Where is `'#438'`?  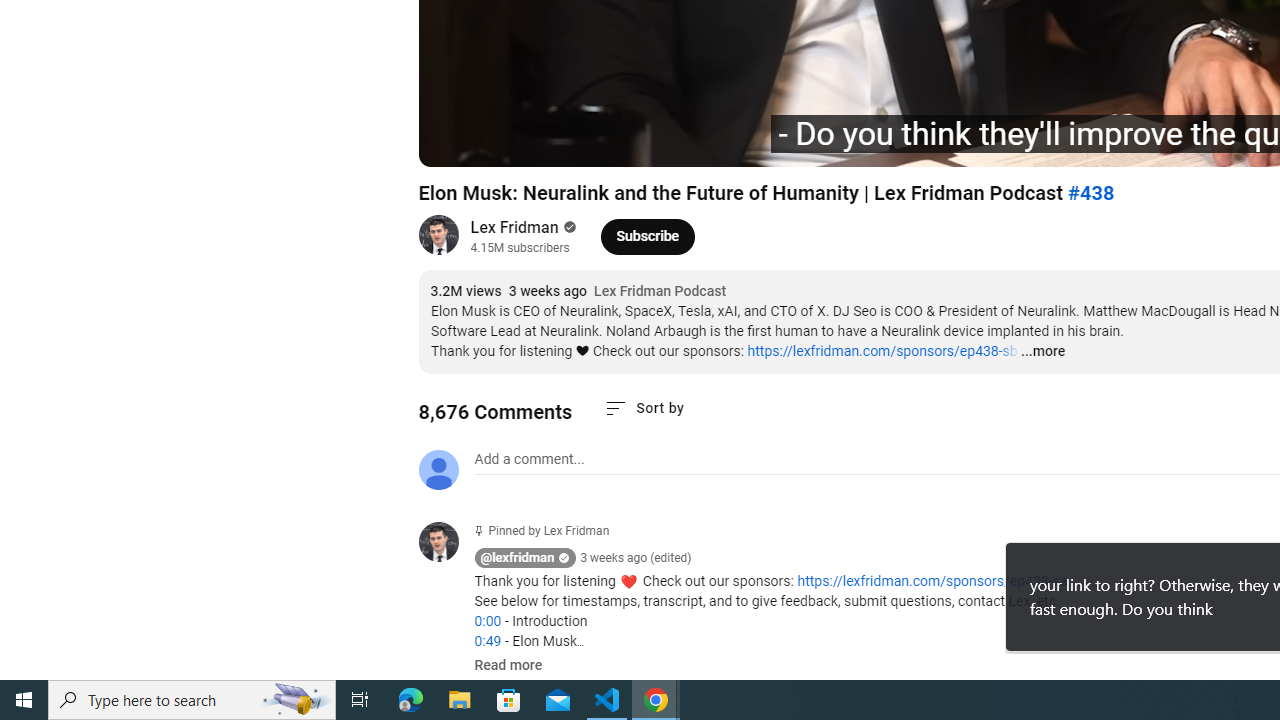 '#438' is located at coordinates (1090, 193).